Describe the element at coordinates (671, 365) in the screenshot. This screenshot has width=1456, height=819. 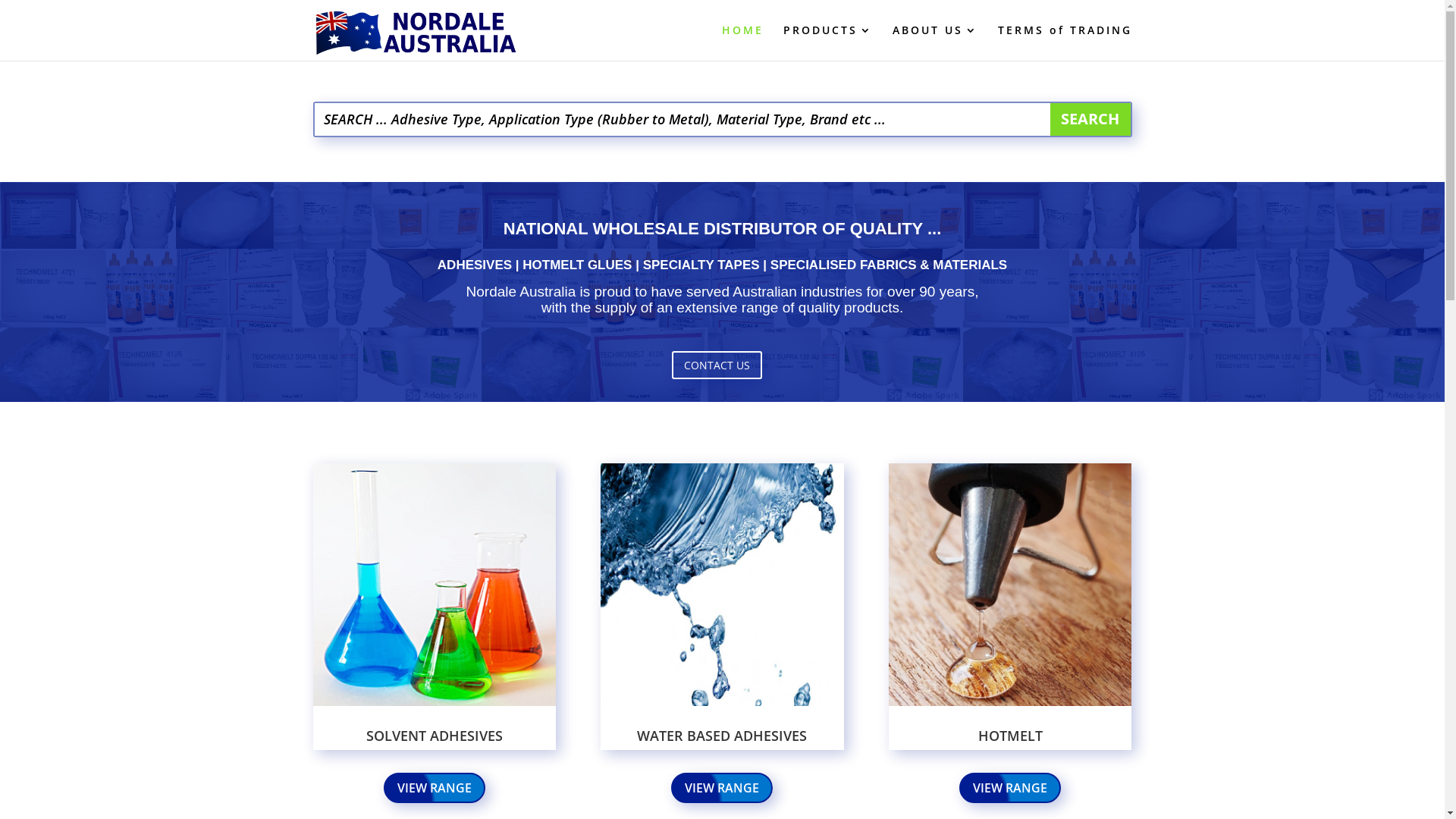
I see `'CONTACT US'` at that location.